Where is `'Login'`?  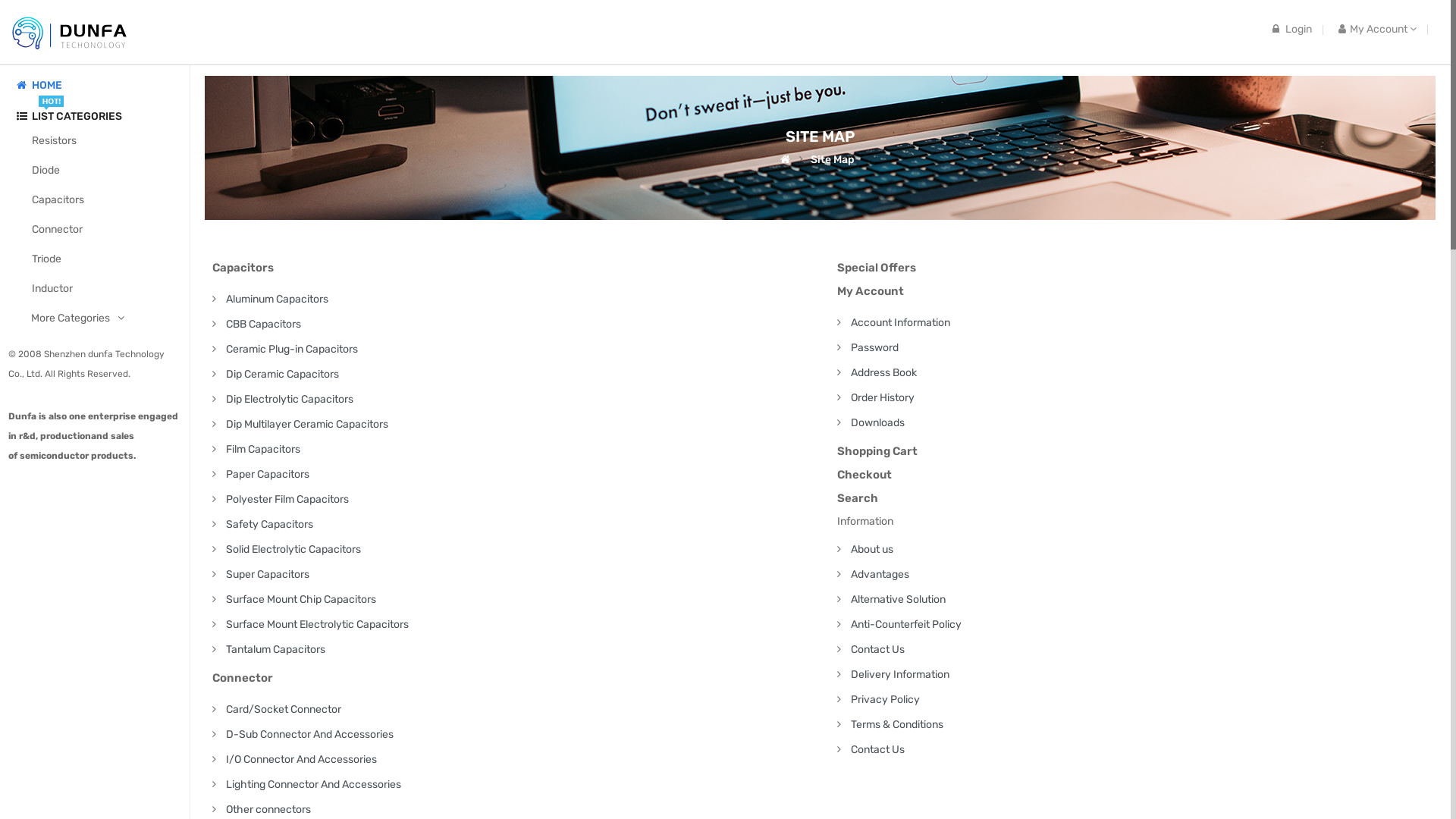 'Login' is located at coordinates (1291, 29).